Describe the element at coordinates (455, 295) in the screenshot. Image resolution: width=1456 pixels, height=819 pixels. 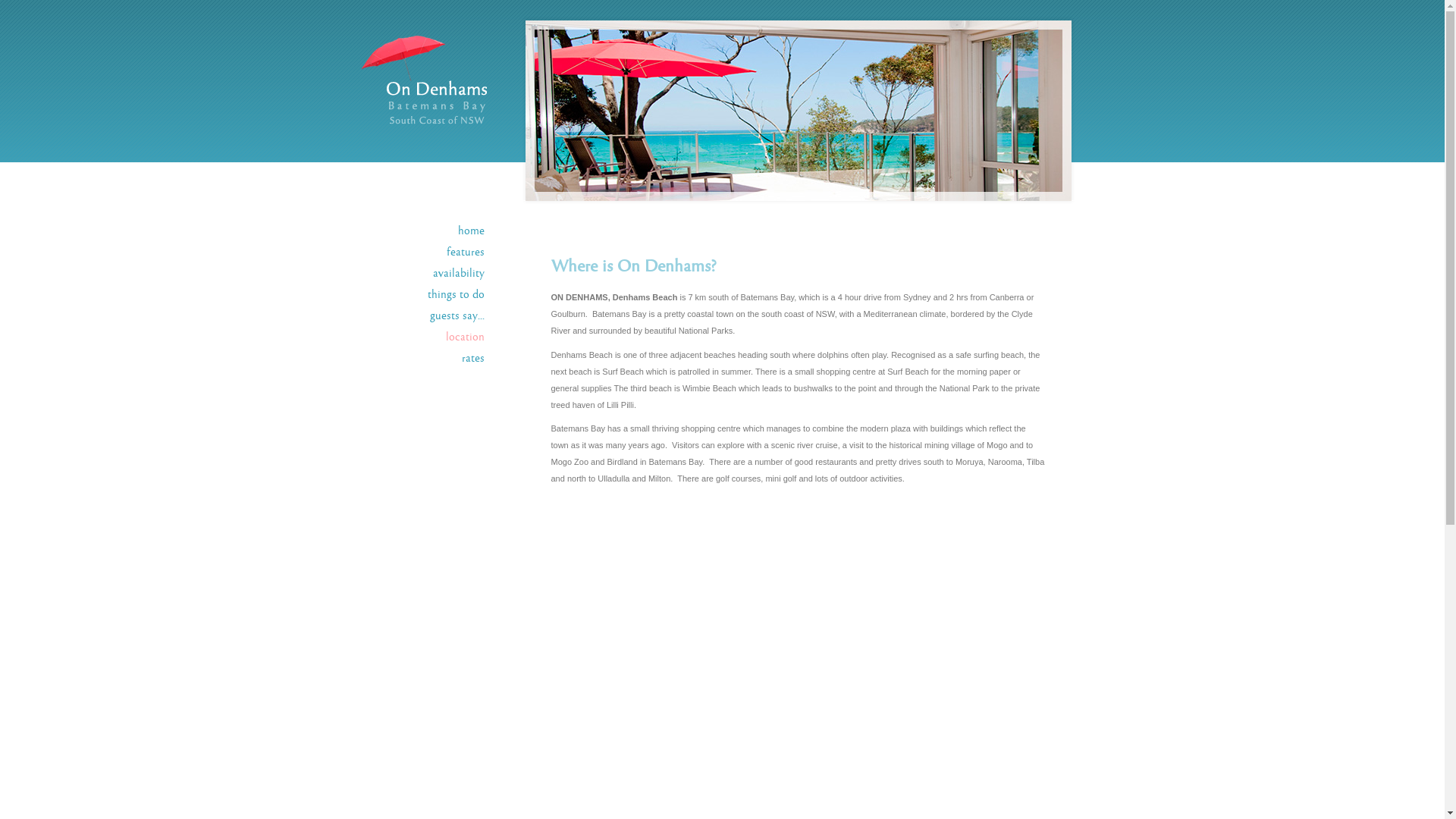
I see `'things to do'` at that location.